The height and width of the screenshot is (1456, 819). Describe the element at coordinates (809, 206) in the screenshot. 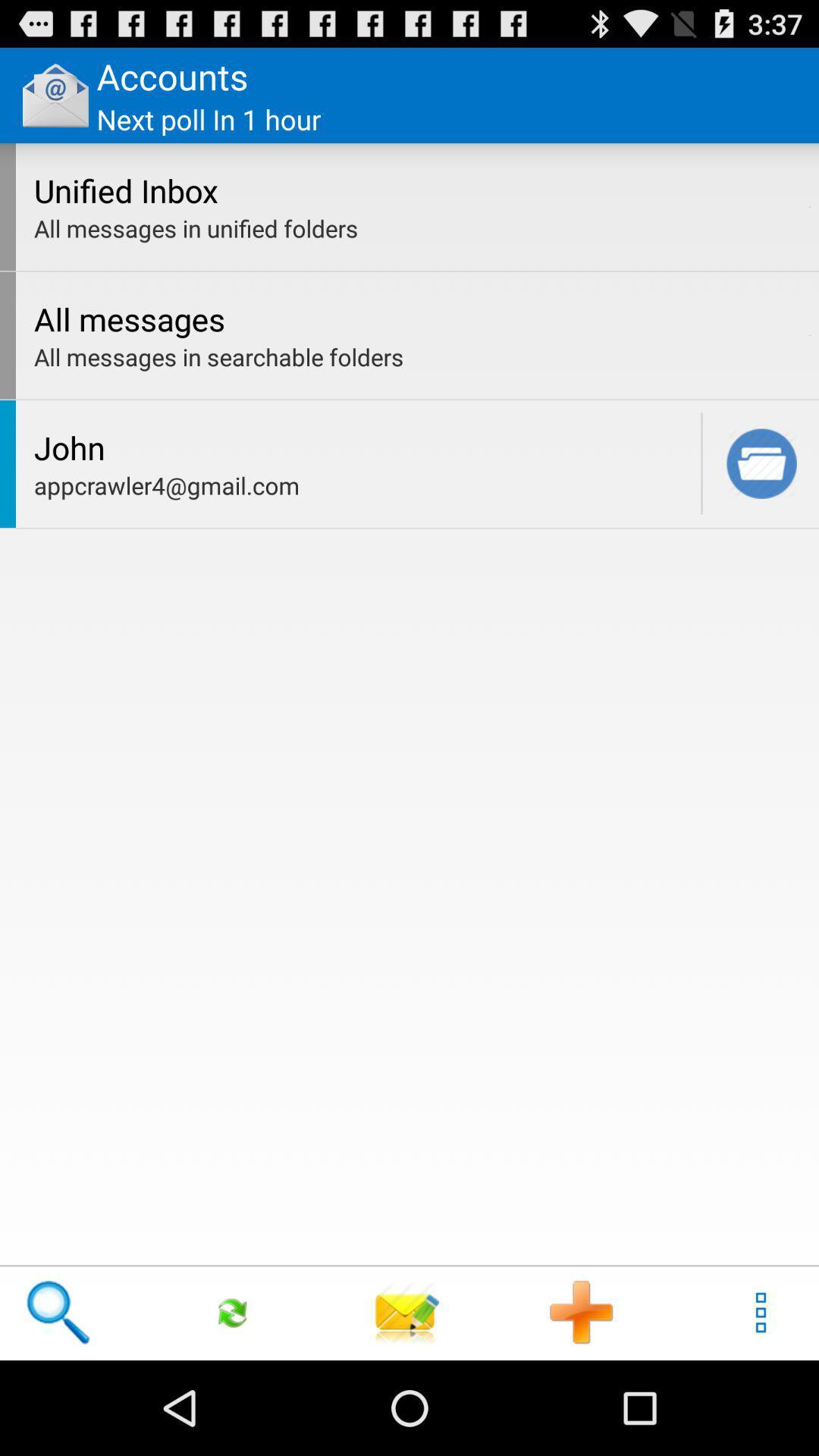

I see `item next to the unified inbox` at that location.